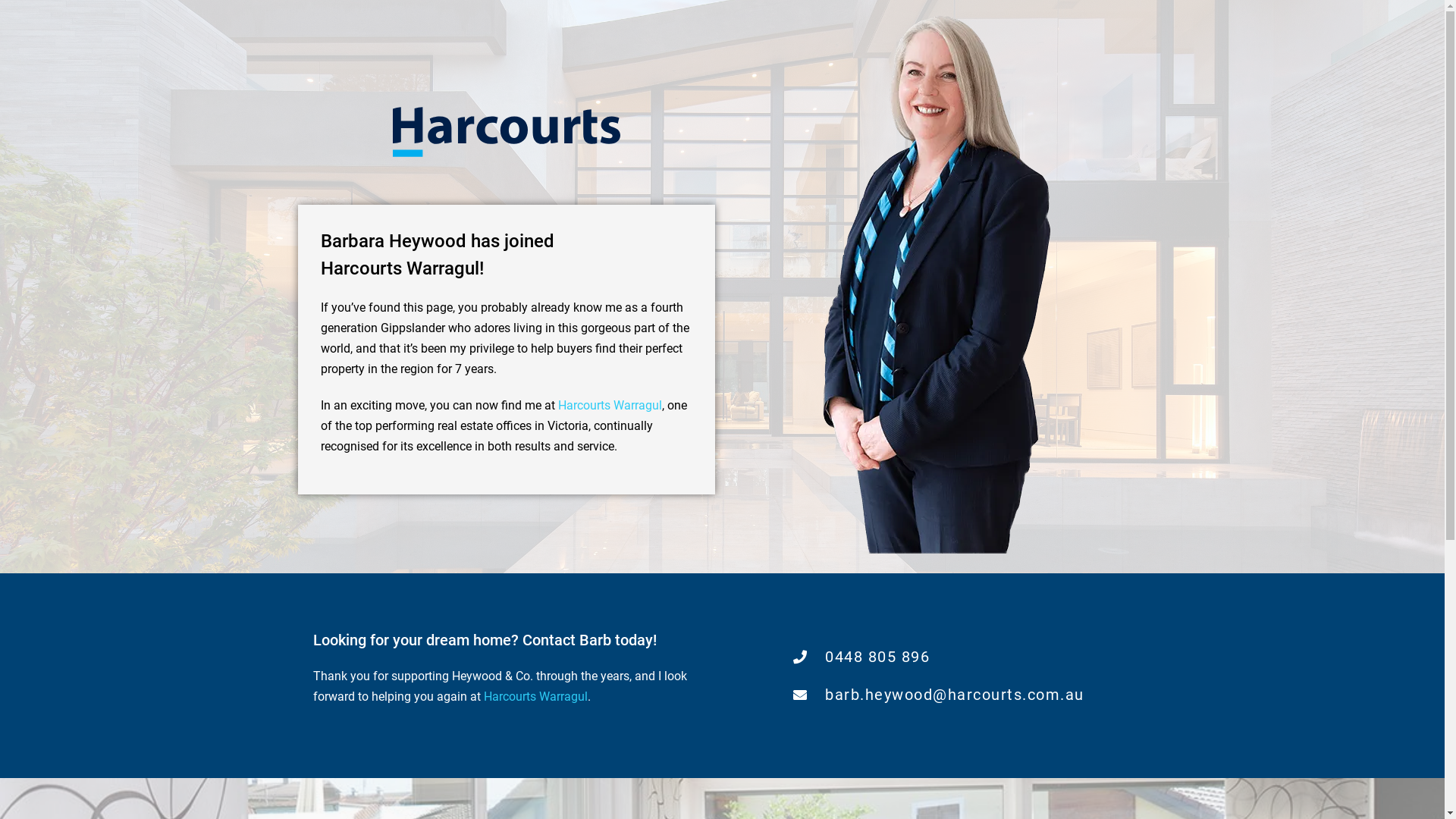 The height and width of the screenshot is (819, 1456). I want to click on 'Harcourts Warragul', so click(610, 404).